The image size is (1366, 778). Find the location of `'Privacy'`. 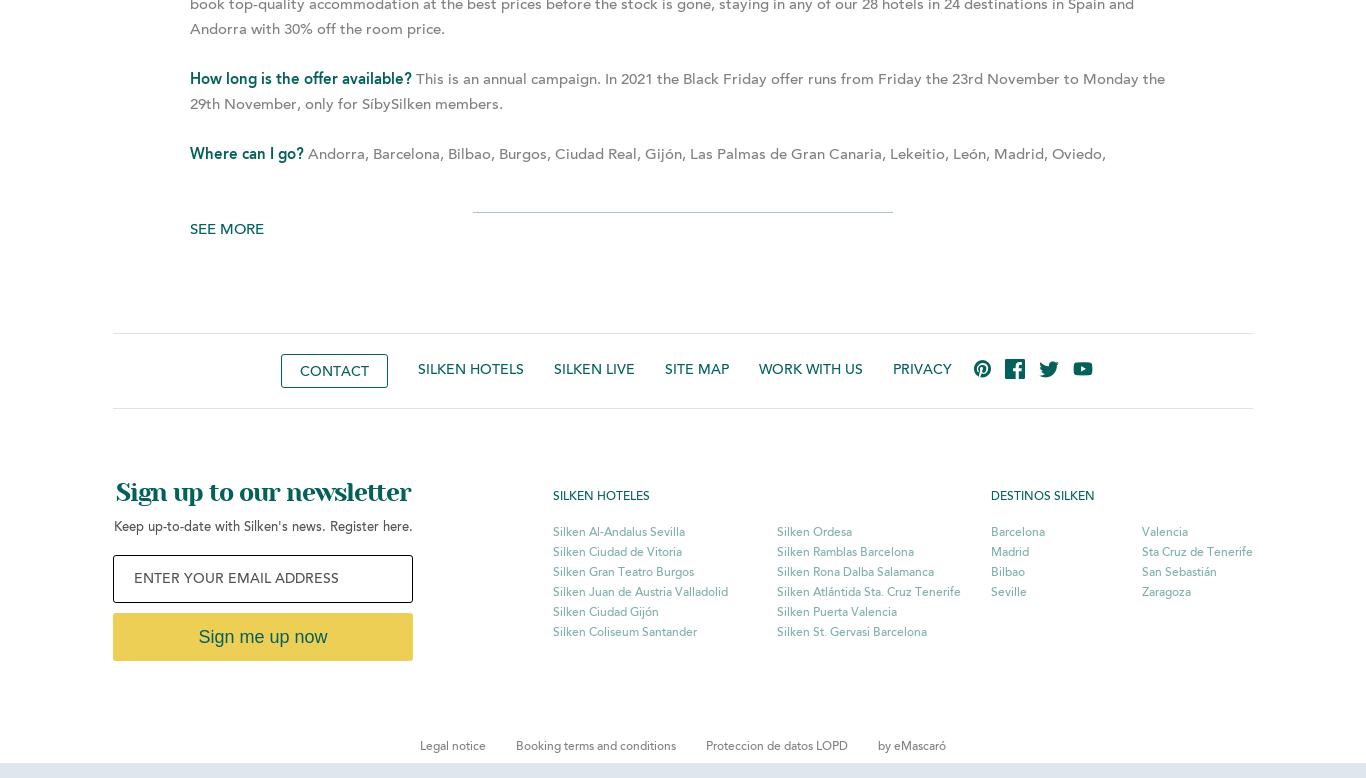

'Privacy' is located at coordinates (922, 369).